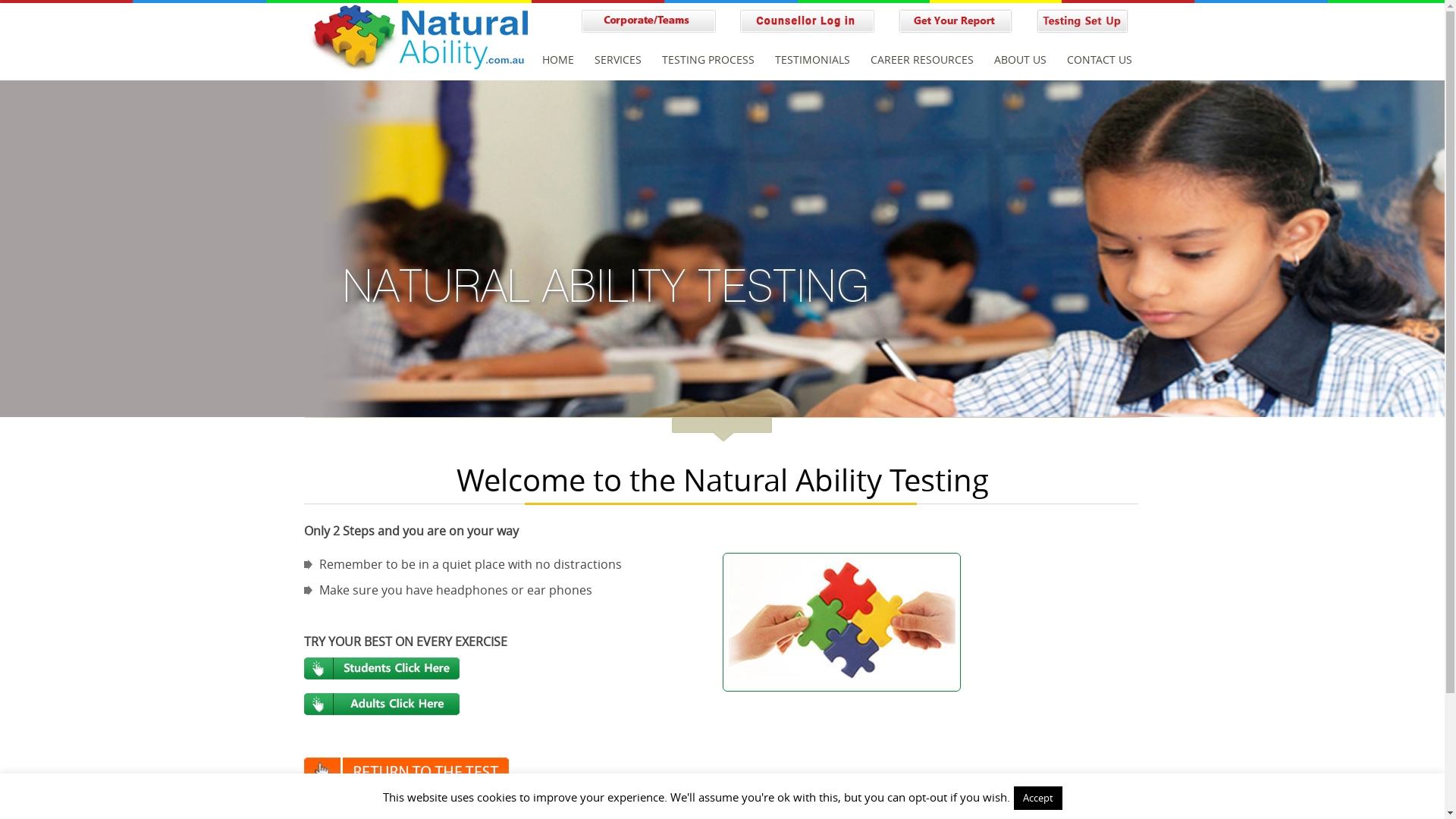 The width and height of the screenshot is (1456, 819). What do you see at coordinates (765, 58) in the screenshot?
I see `'TESTIMONIALS'` at bounding box center [765, 58].